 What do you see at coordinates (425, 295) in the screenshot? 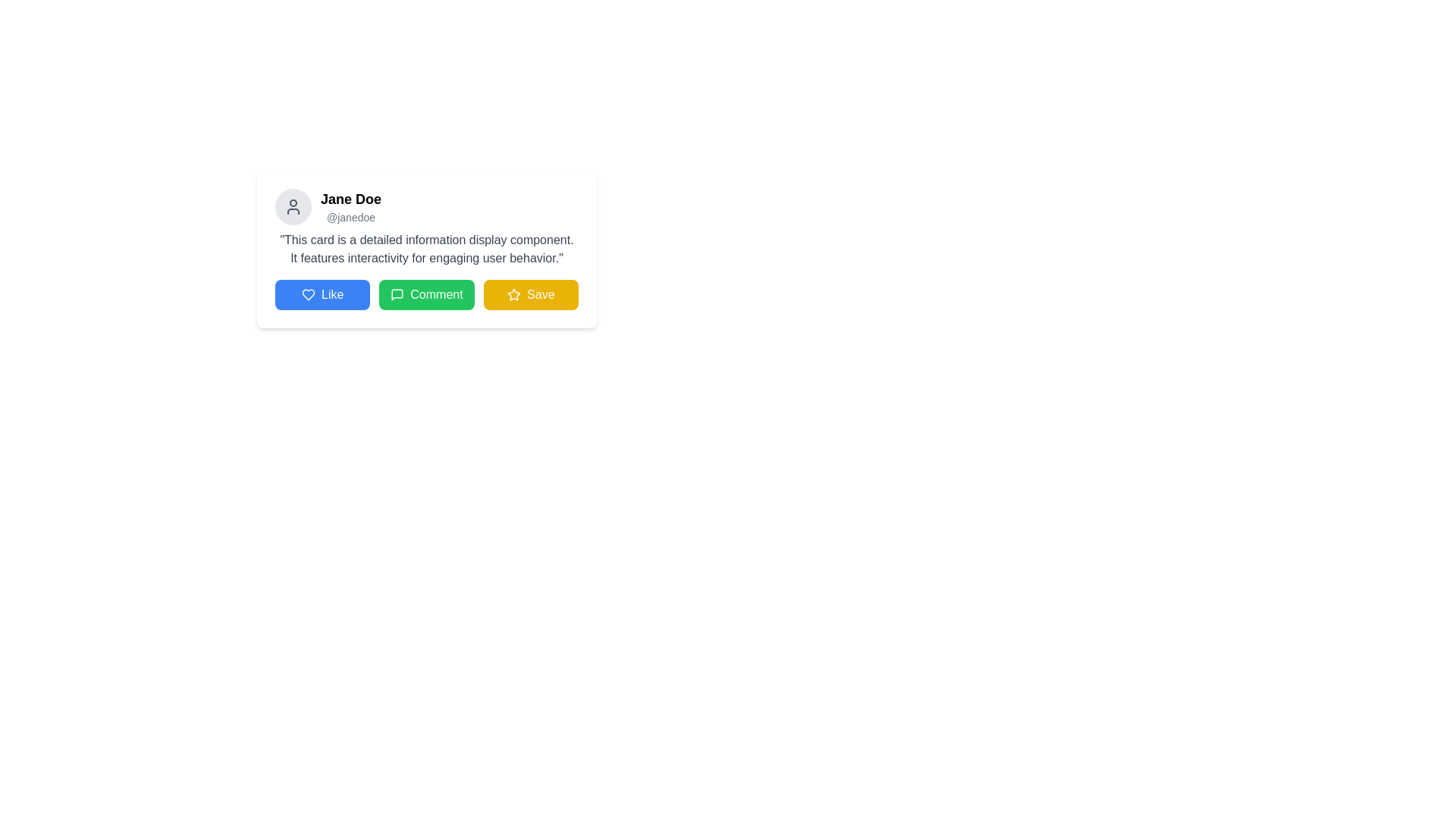
I see `the 'Comment' button in the horizontal group of buttons located in the lower section of the card component` at bounding box center [425, 295].